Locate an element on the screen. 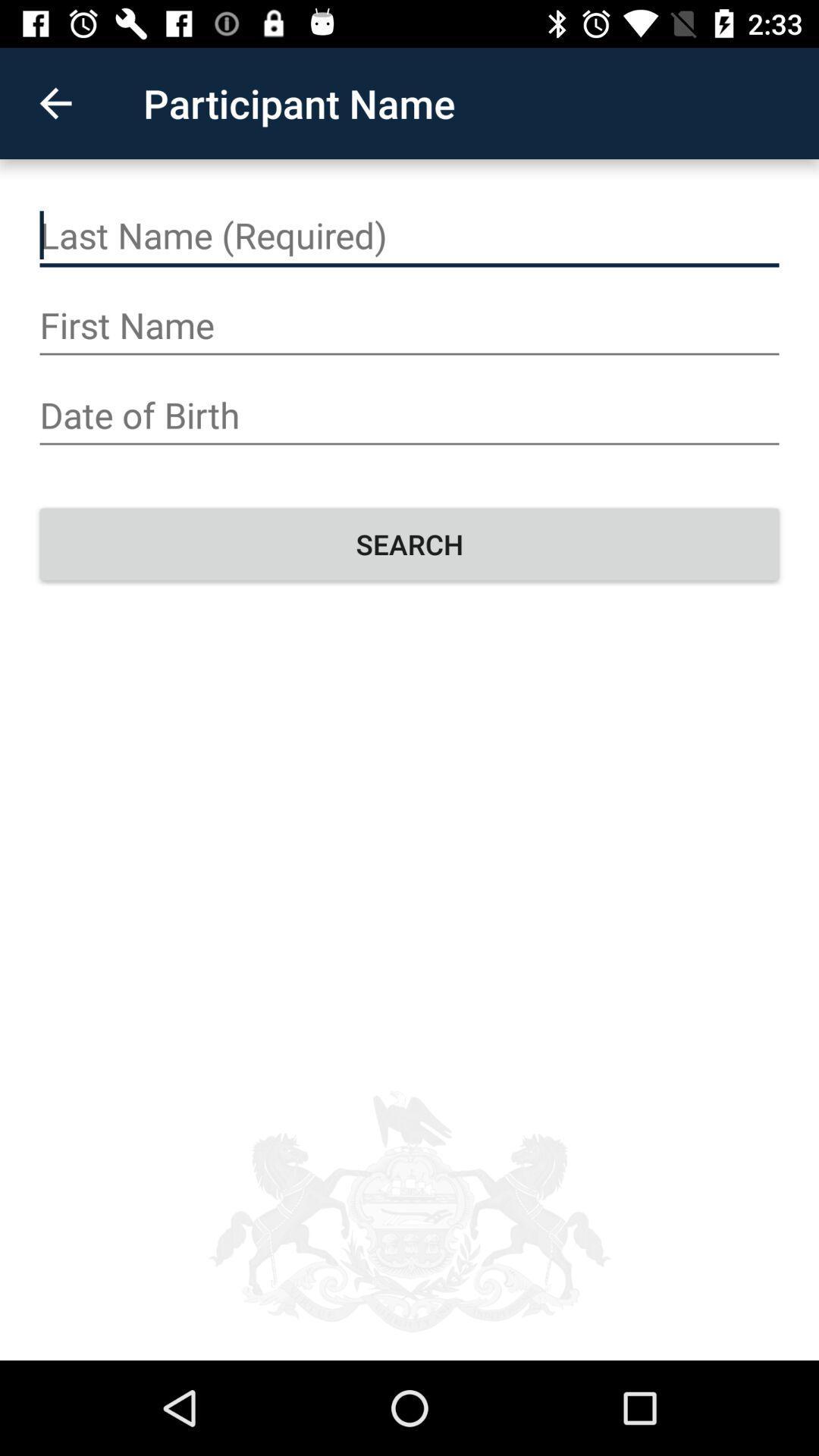  the search icon is located at coordinates (409, 544).